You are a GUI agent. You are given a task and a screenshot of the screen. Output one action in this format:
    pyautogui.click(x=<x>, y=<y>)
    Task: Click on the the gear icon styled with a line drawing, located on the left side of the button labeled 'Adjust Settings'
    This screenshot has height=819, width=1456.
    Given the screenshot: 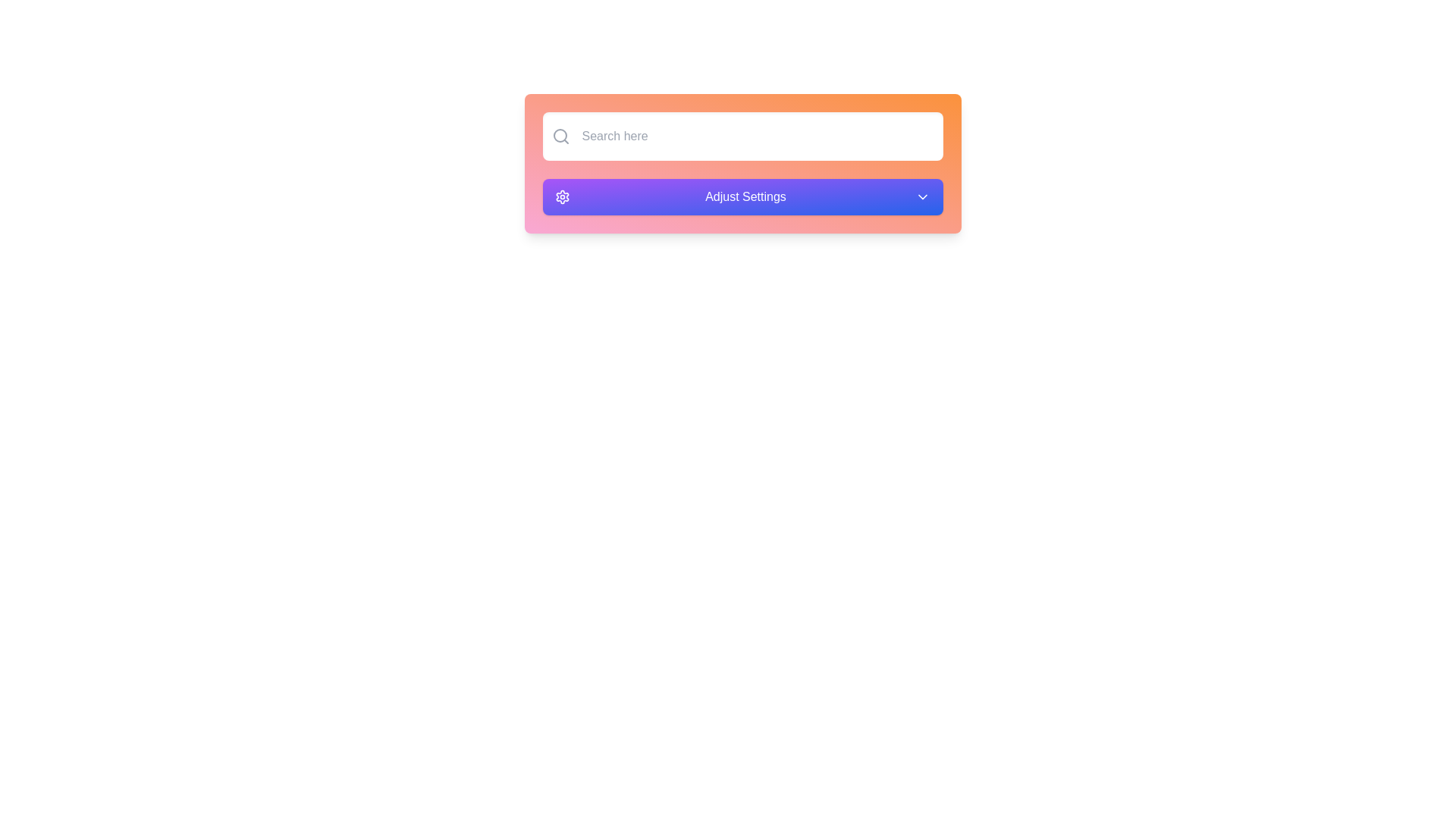 What is the action you would take?
    pyautogui.click(x=561, y=196)
    